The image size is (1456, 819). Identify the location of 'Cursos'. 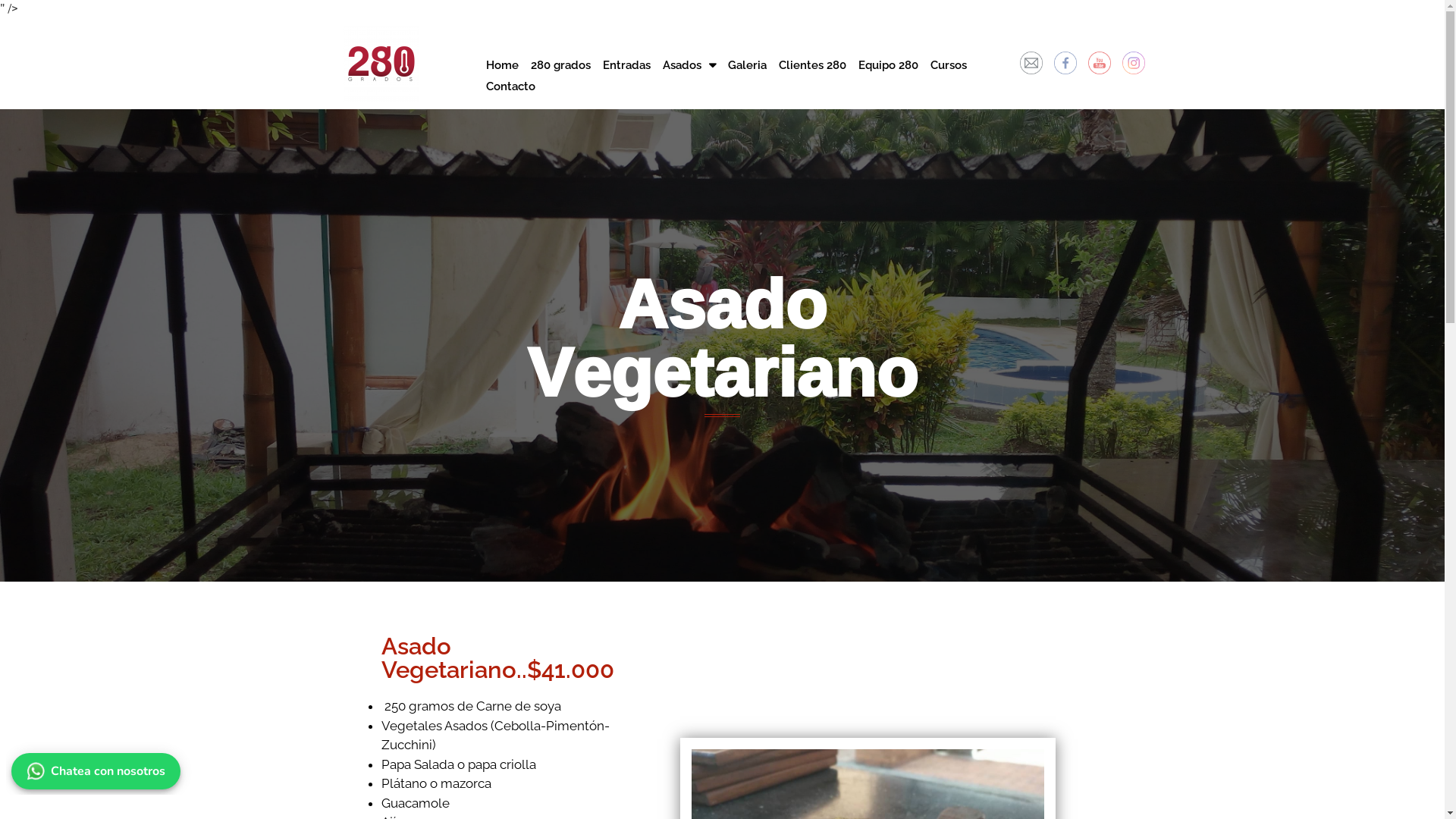
(948, 64).